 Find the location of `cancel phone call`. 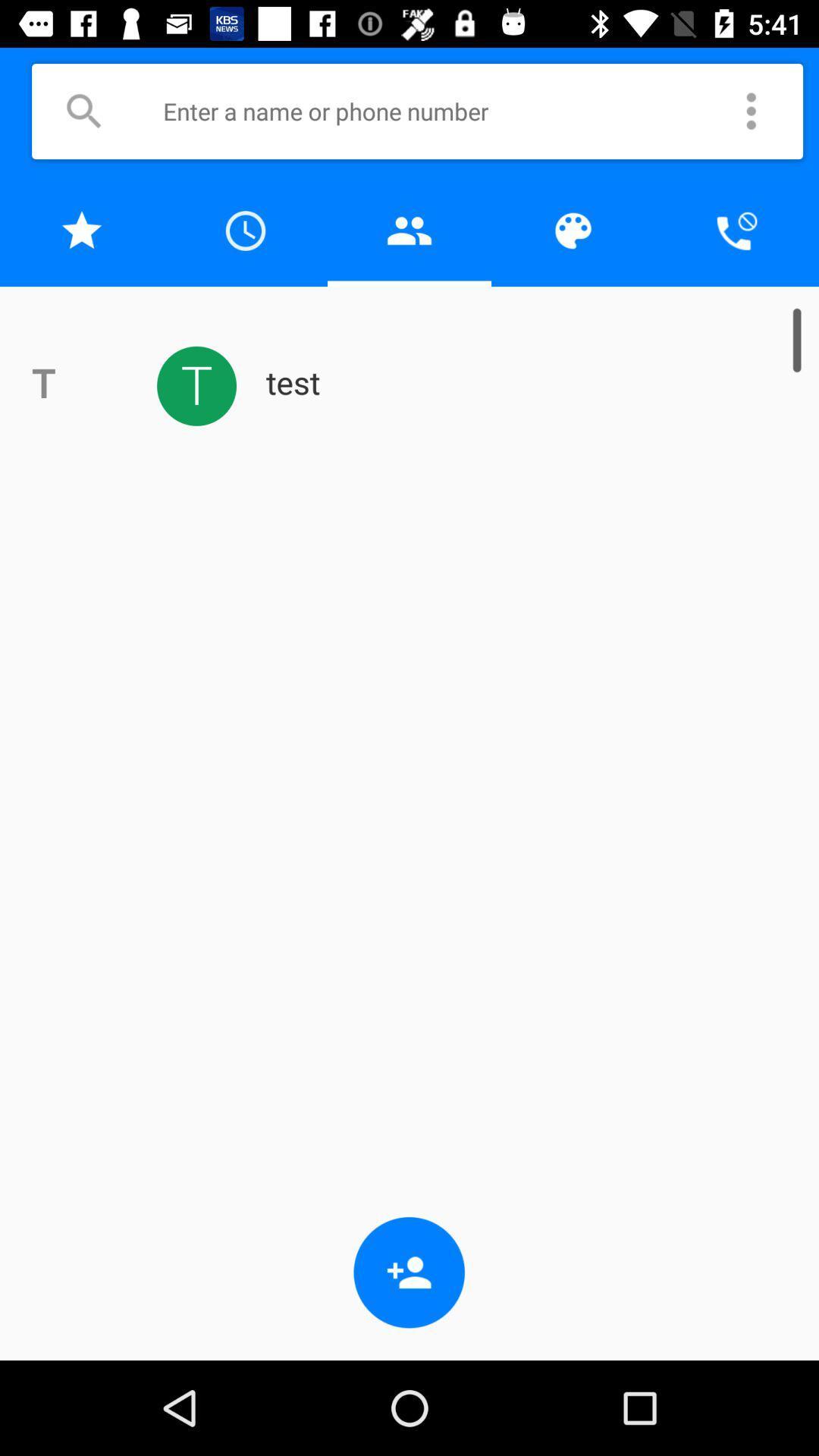

cancel phone call is located at coordinates (736, 230).